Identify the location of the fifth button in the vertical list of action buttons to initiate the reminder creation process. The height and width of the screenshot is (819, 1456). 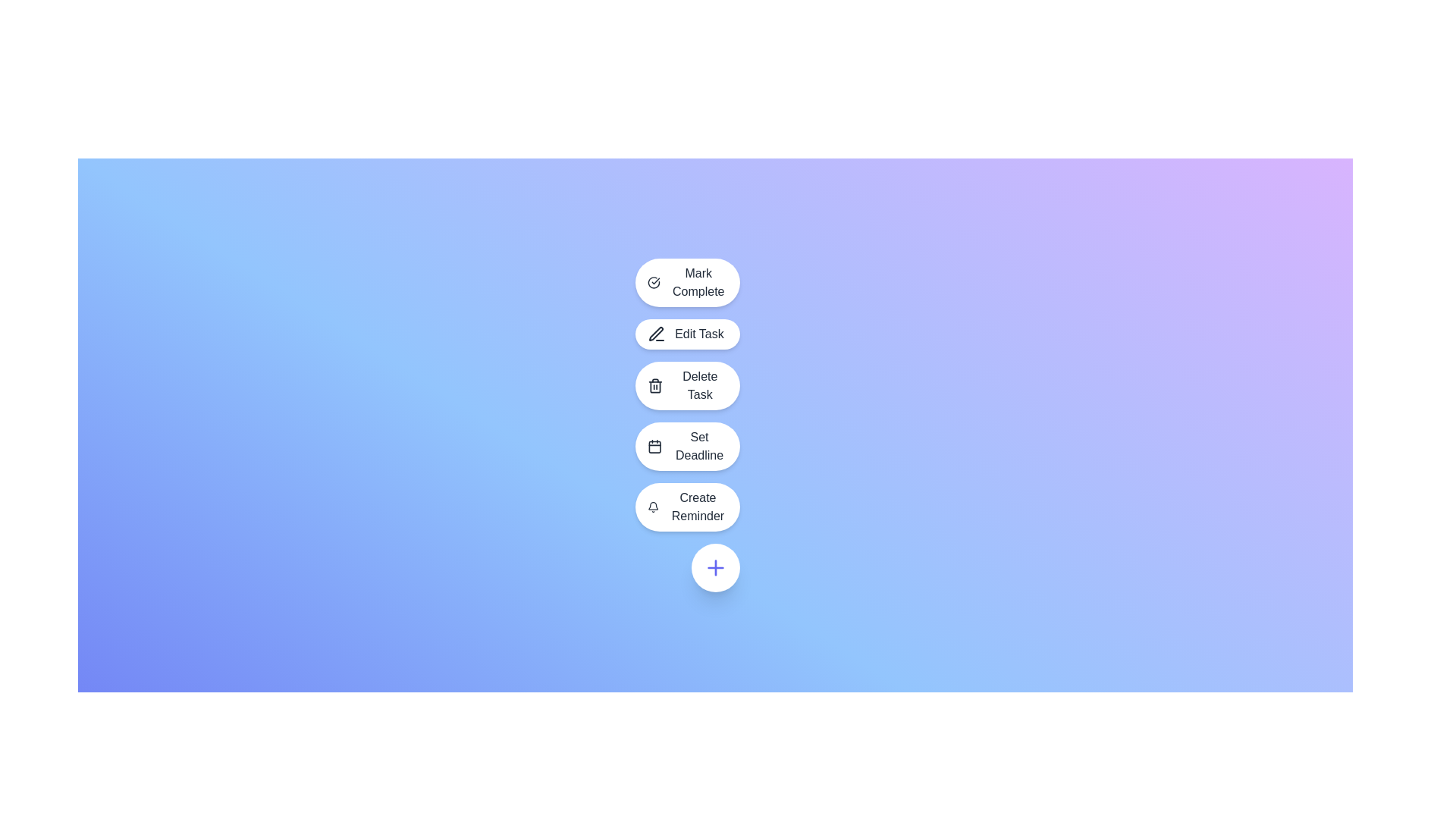
(686, 507).